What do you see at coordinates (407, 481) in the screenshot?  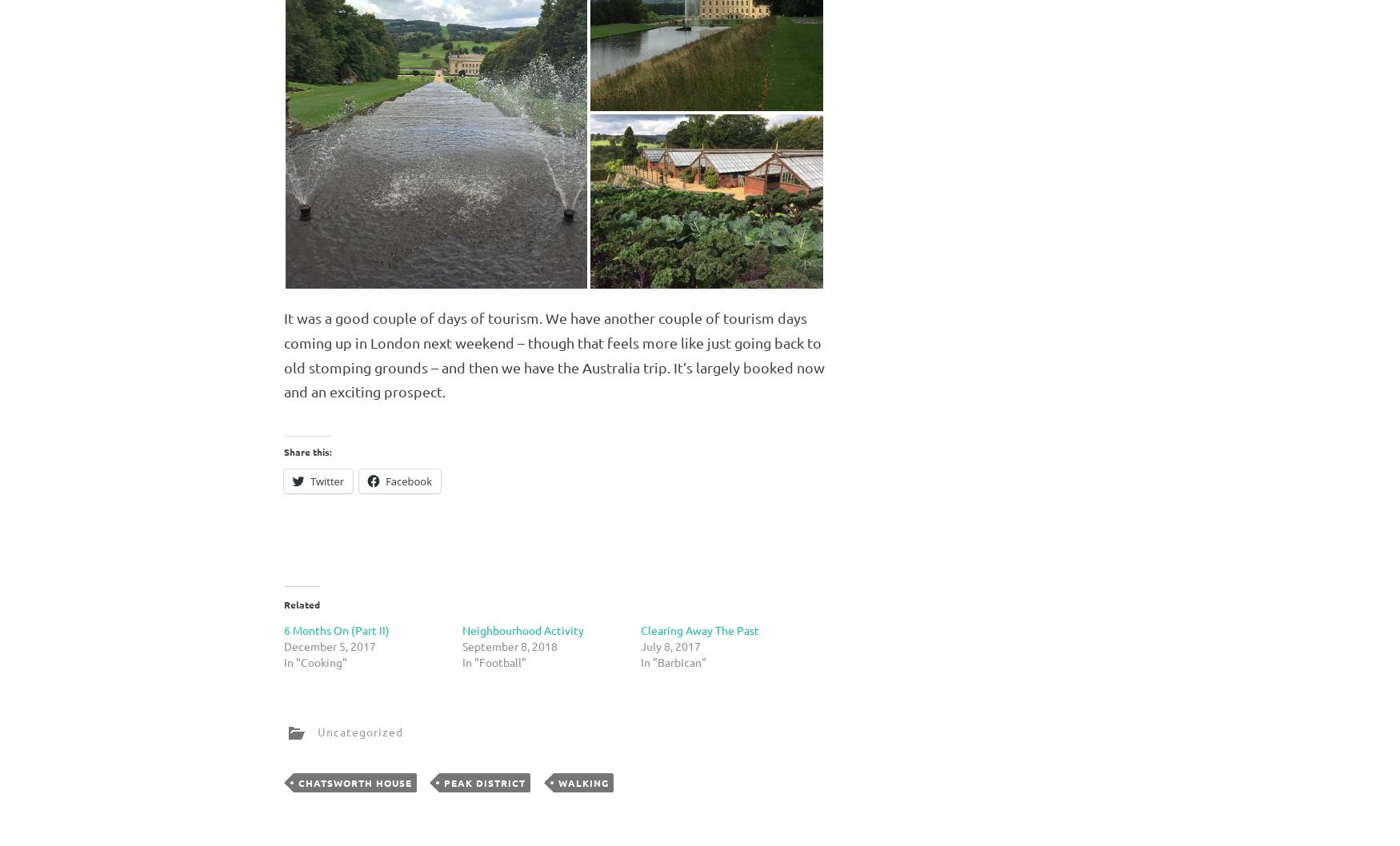 I see `'Facebook'` at bounding box center [407, 481].